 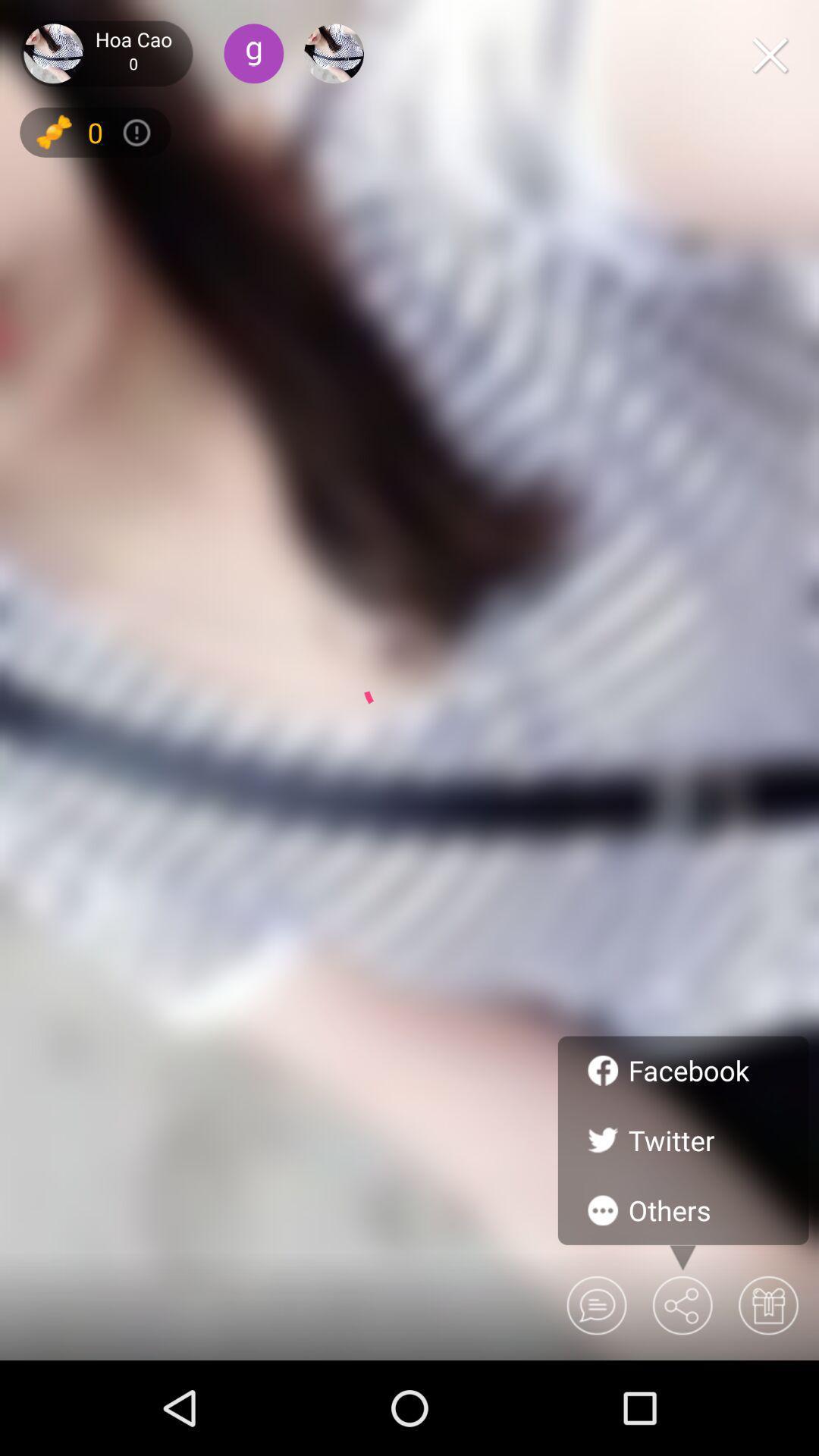 I want to click on the share icon, so click(x=681, y=1304).